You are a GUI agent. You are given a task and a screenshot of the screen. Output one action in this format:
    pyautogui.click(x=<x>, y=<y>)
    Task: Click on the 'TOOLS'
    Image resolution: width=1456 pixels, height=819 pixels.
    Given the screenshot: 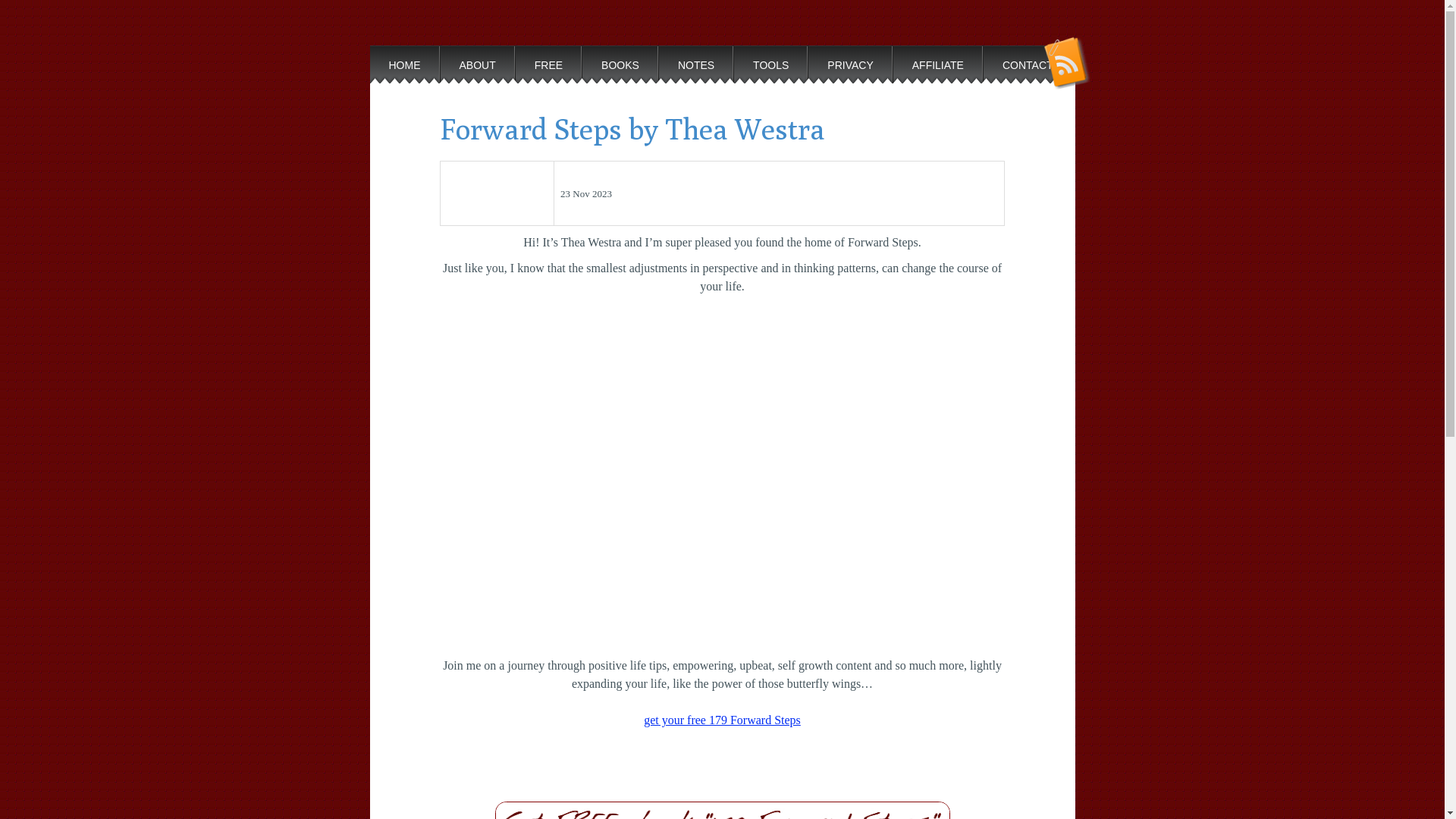 What is the action you would take?
    pyautogui.click(x=770, y=71)
    